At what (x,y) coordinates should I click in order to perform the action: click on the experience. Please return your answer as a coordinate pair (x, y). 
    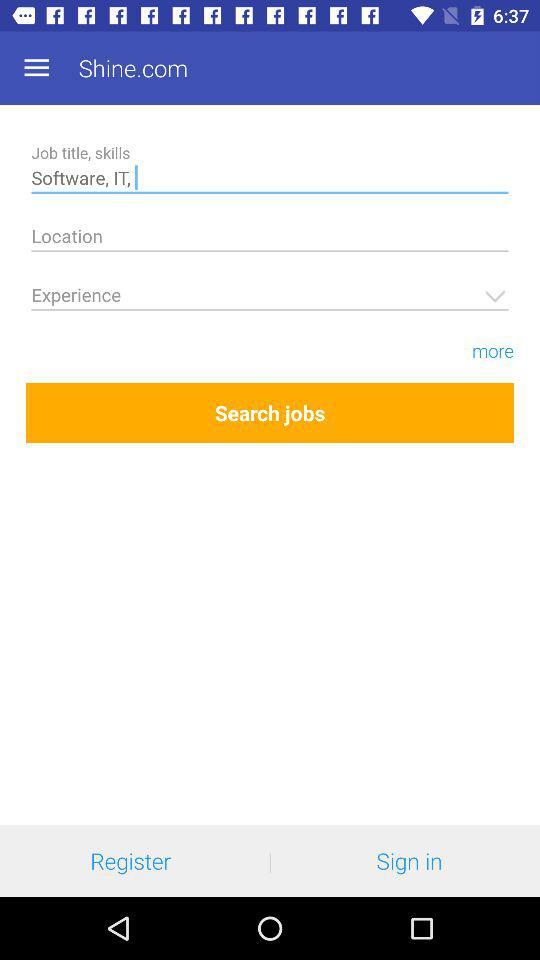
    Looking at the image, I should click on (270, 297).